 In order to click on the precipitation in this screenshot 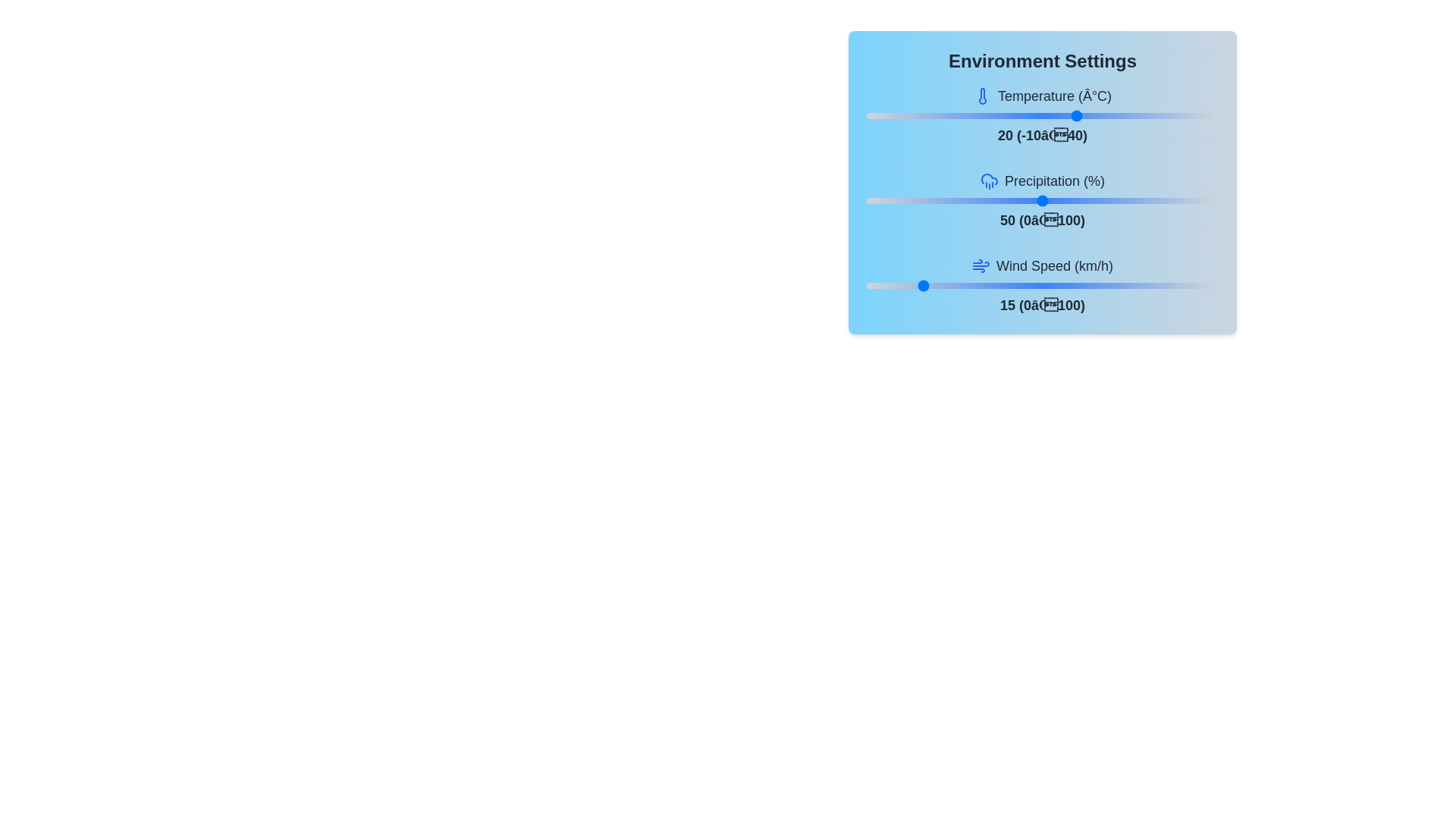, I will do `click(1084, 200)`.